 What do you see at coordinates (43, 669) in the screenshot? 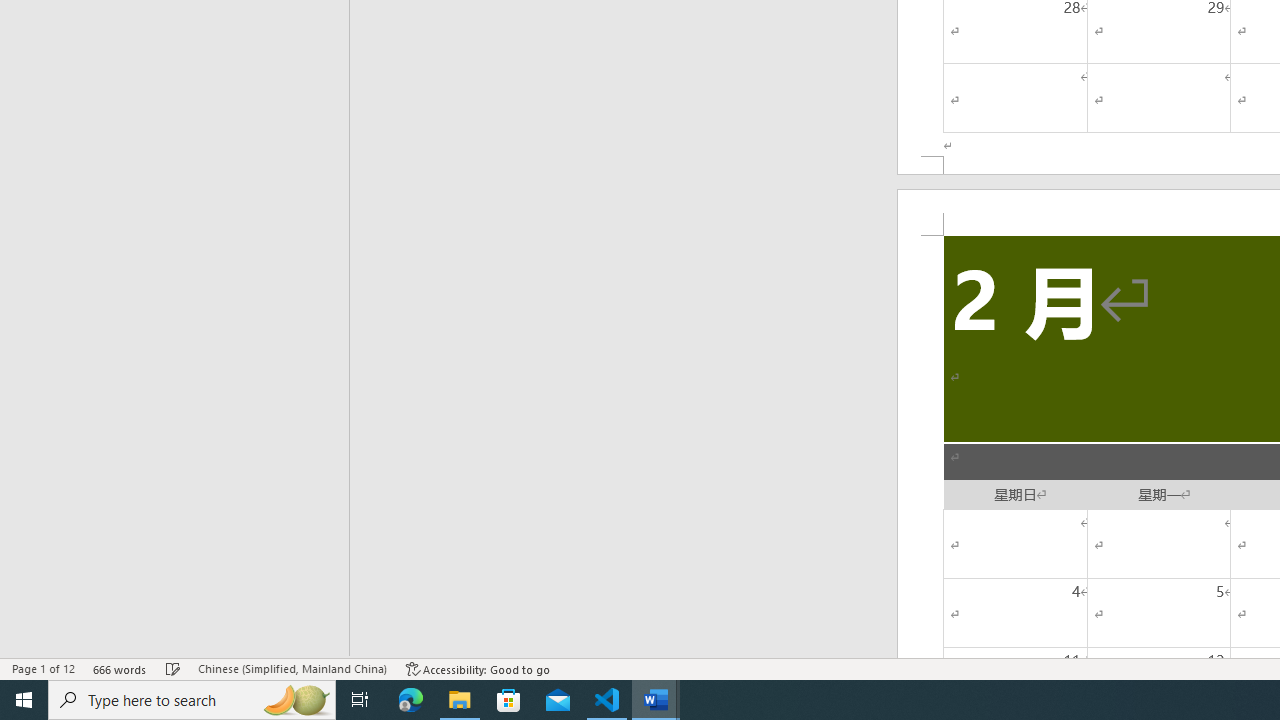
I see `'Page Number Page 1 of 12'` at bounding box center [43, 669].